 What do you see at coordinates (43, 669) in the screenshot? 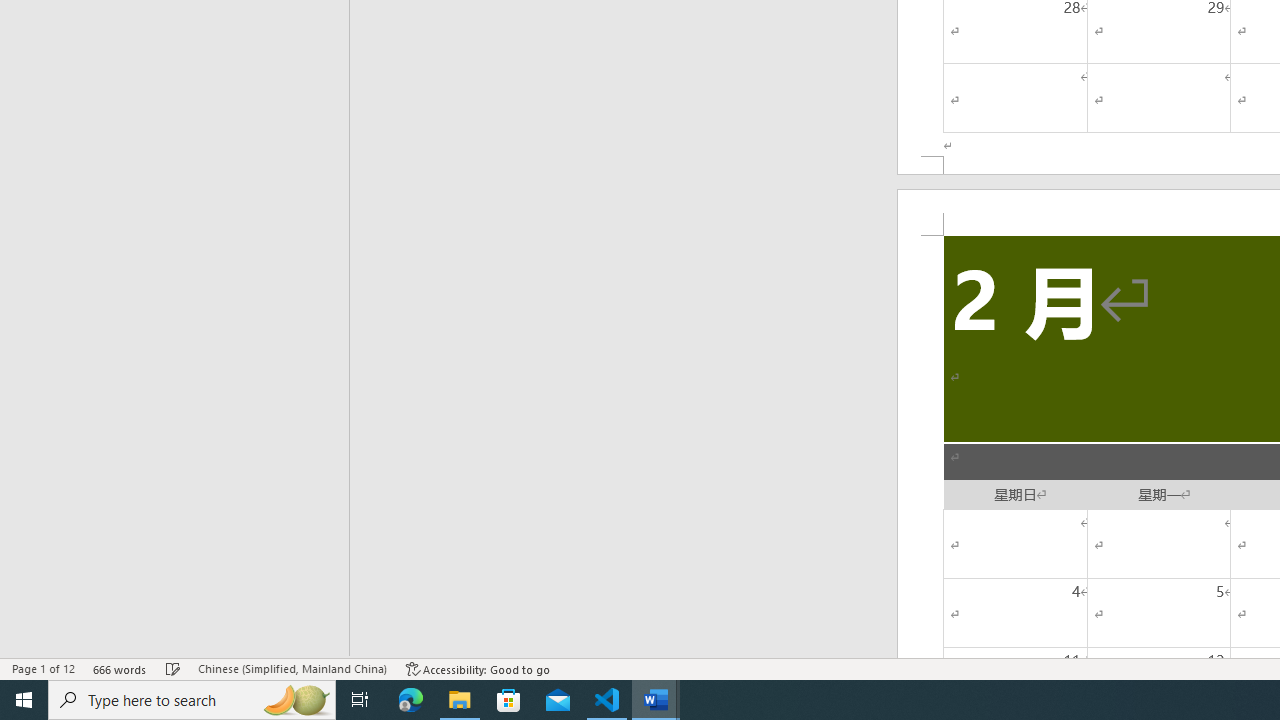
I see `'Page Number Page 1 of 12'` at bounding box center [43, 669].